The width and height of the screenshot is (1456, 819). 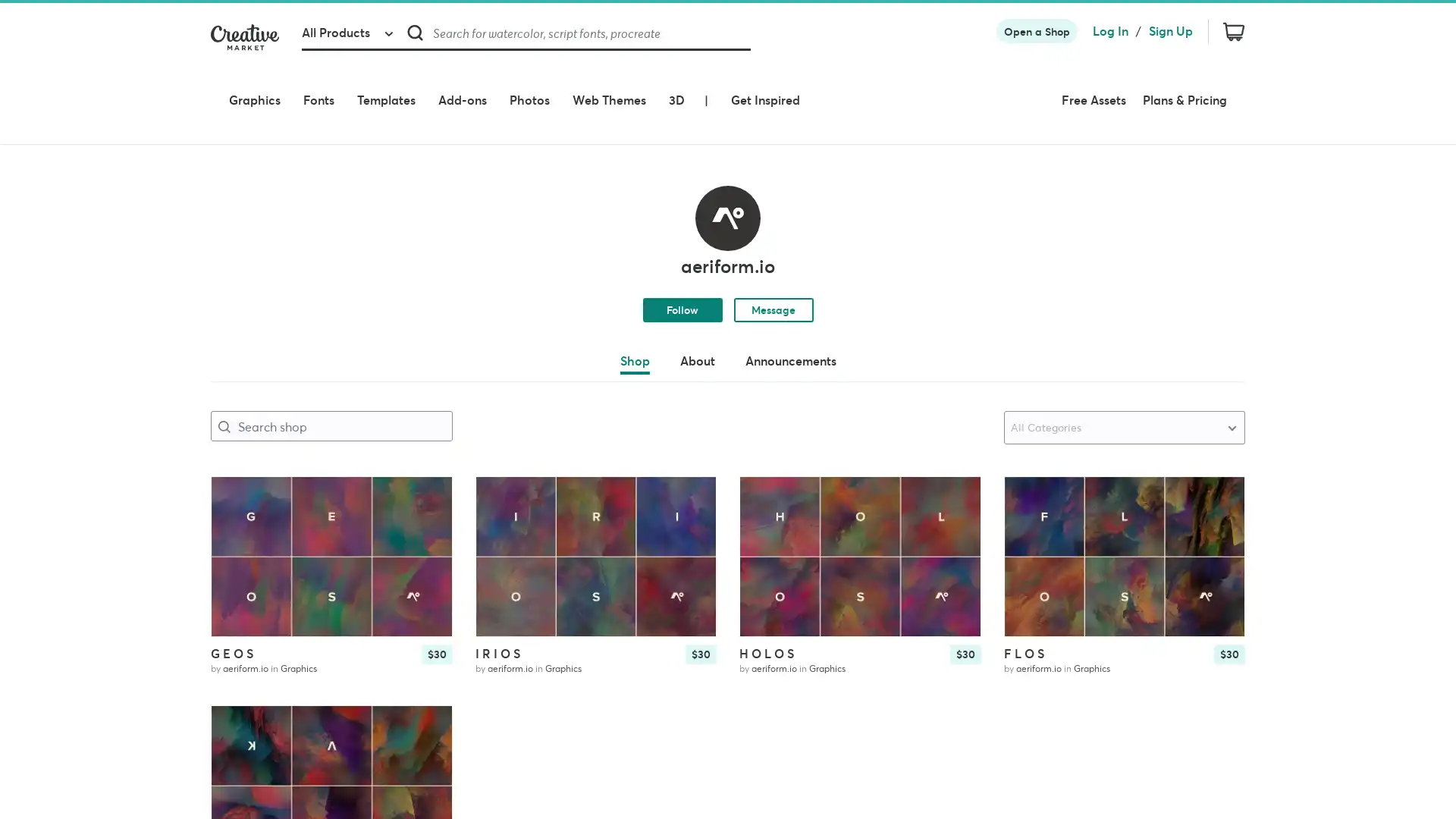 What do you see at coordinates (955, 469) in the screenshot?
I see `Save` at bounding box center [955, 469].